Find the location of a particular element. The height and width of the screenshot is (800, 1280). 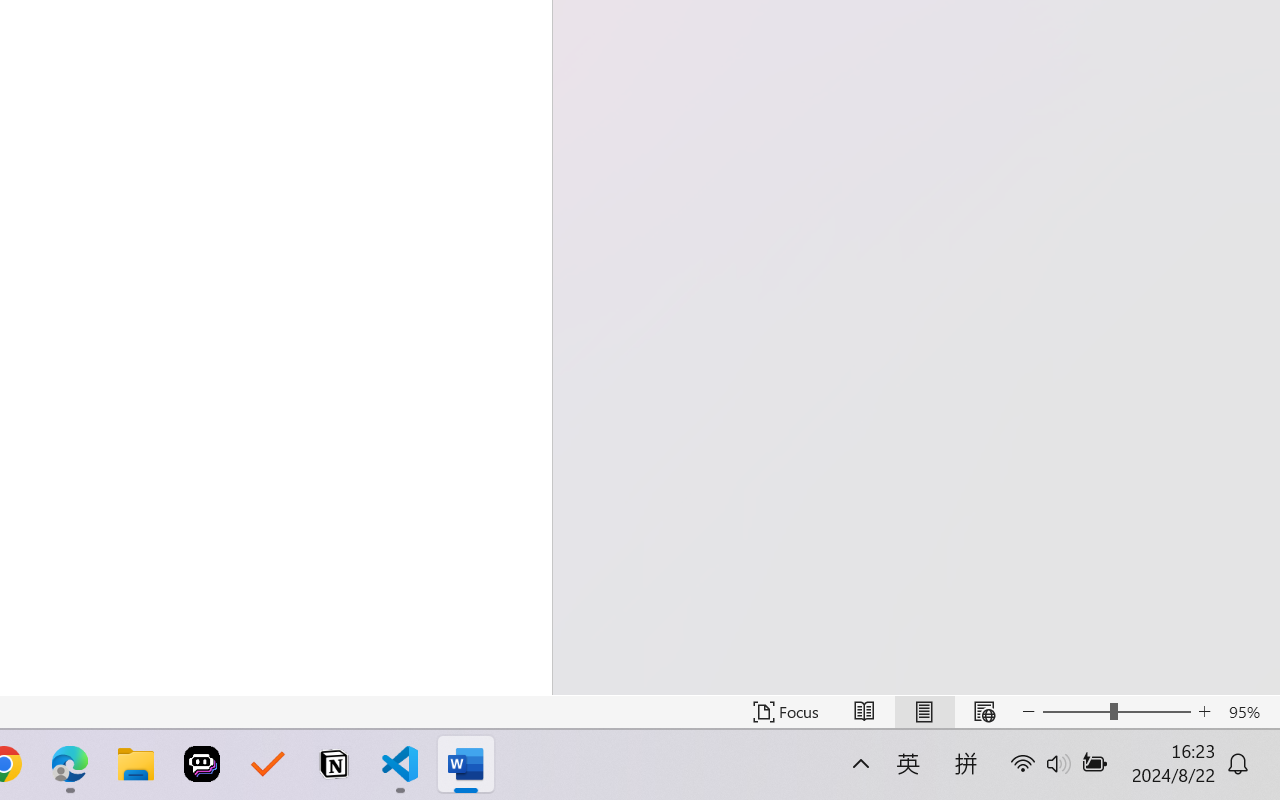

'Poe' is located at coordinates (202, 764).